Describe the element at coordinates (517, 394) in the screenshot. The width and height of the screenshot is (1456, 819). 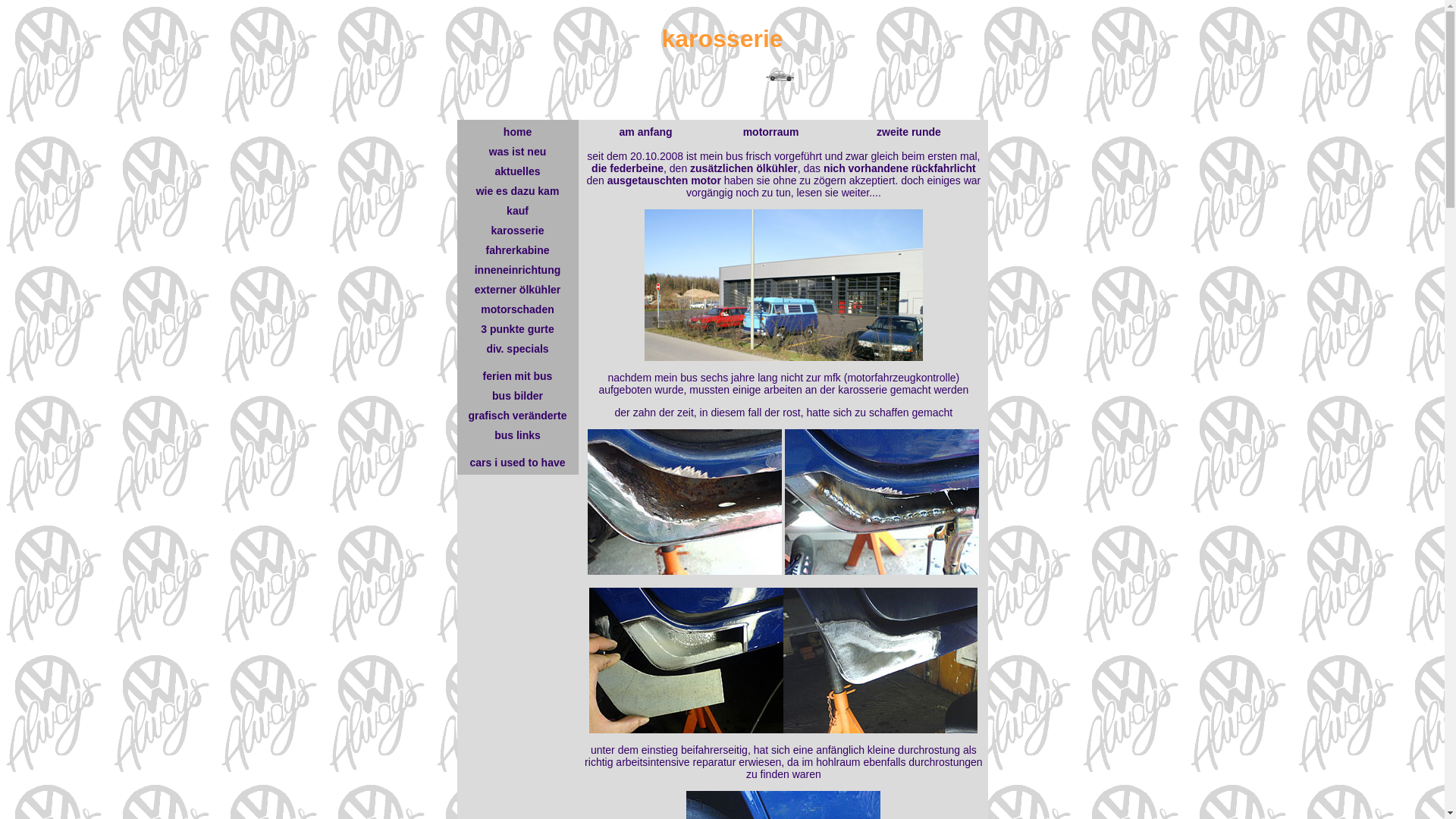
I see `'bus bilder'` at that location.